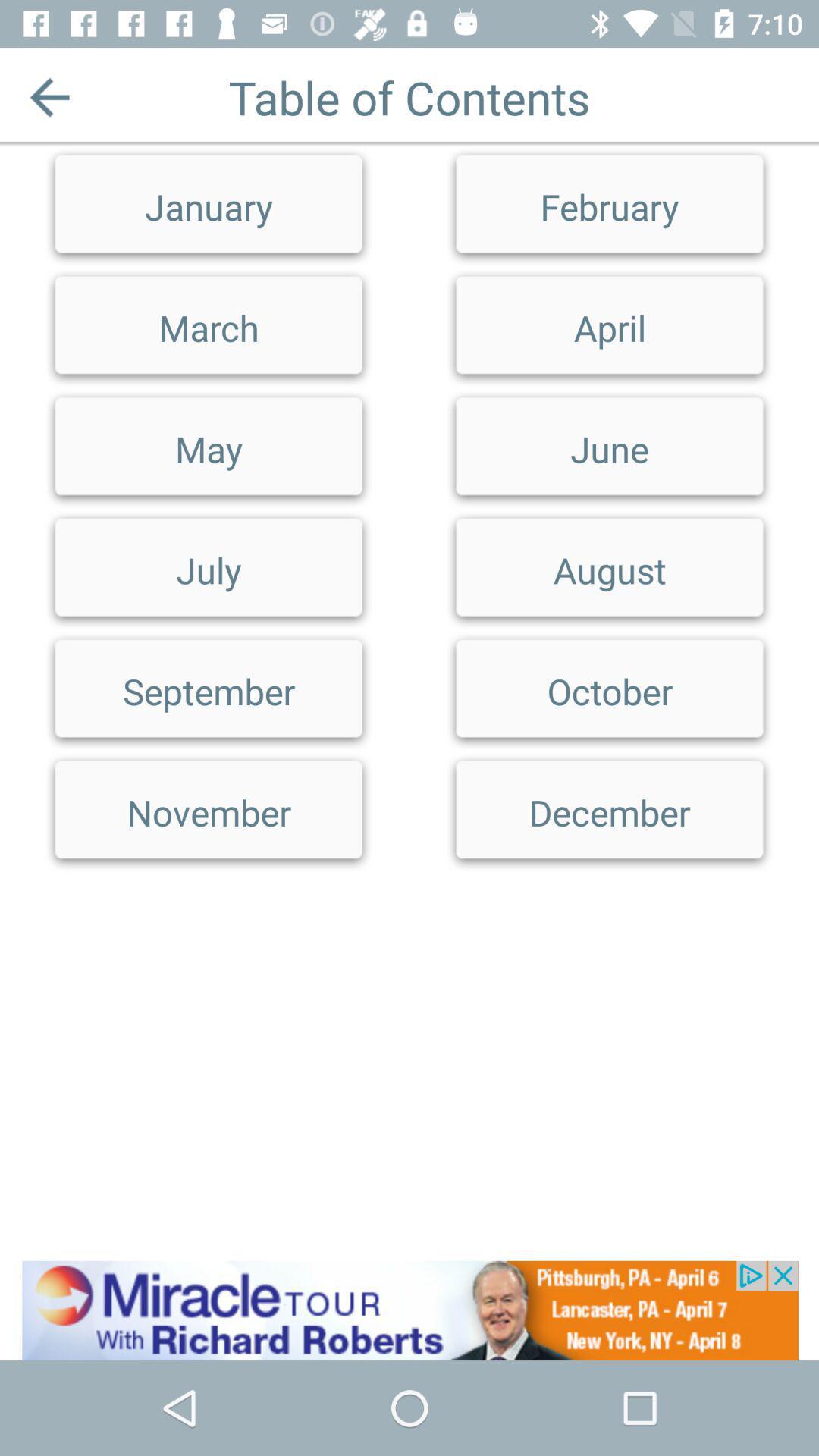 This screenshot has width=819, height=1456. Describe the element at coordinates (49, 96) in the screenshot. I see `back` at that location.